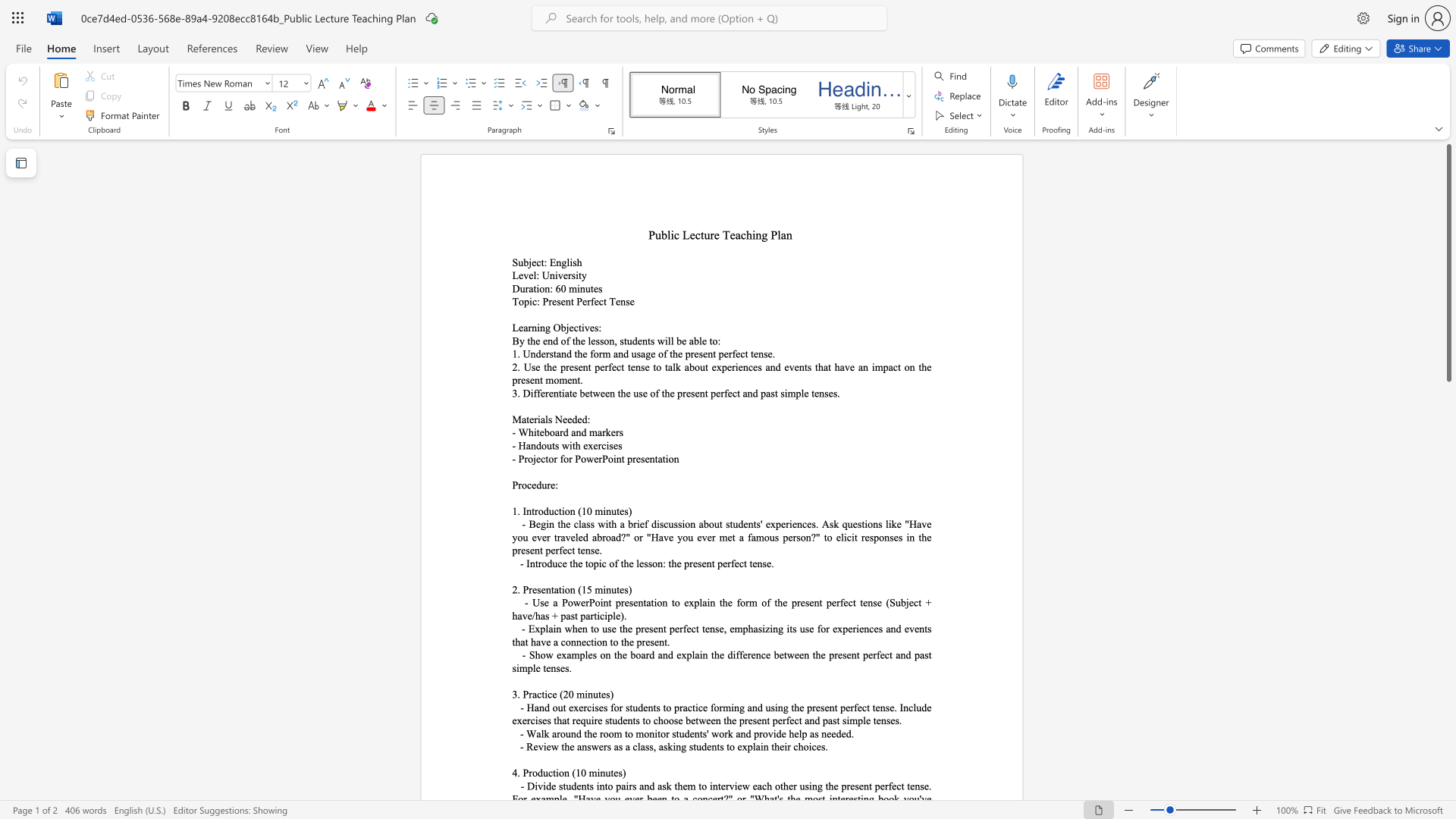 This screenshot has height=819, width=1456. Describe the element at coordinates (1448, 713) in the screenshot. I see `the scrollbar on the side` at that location.